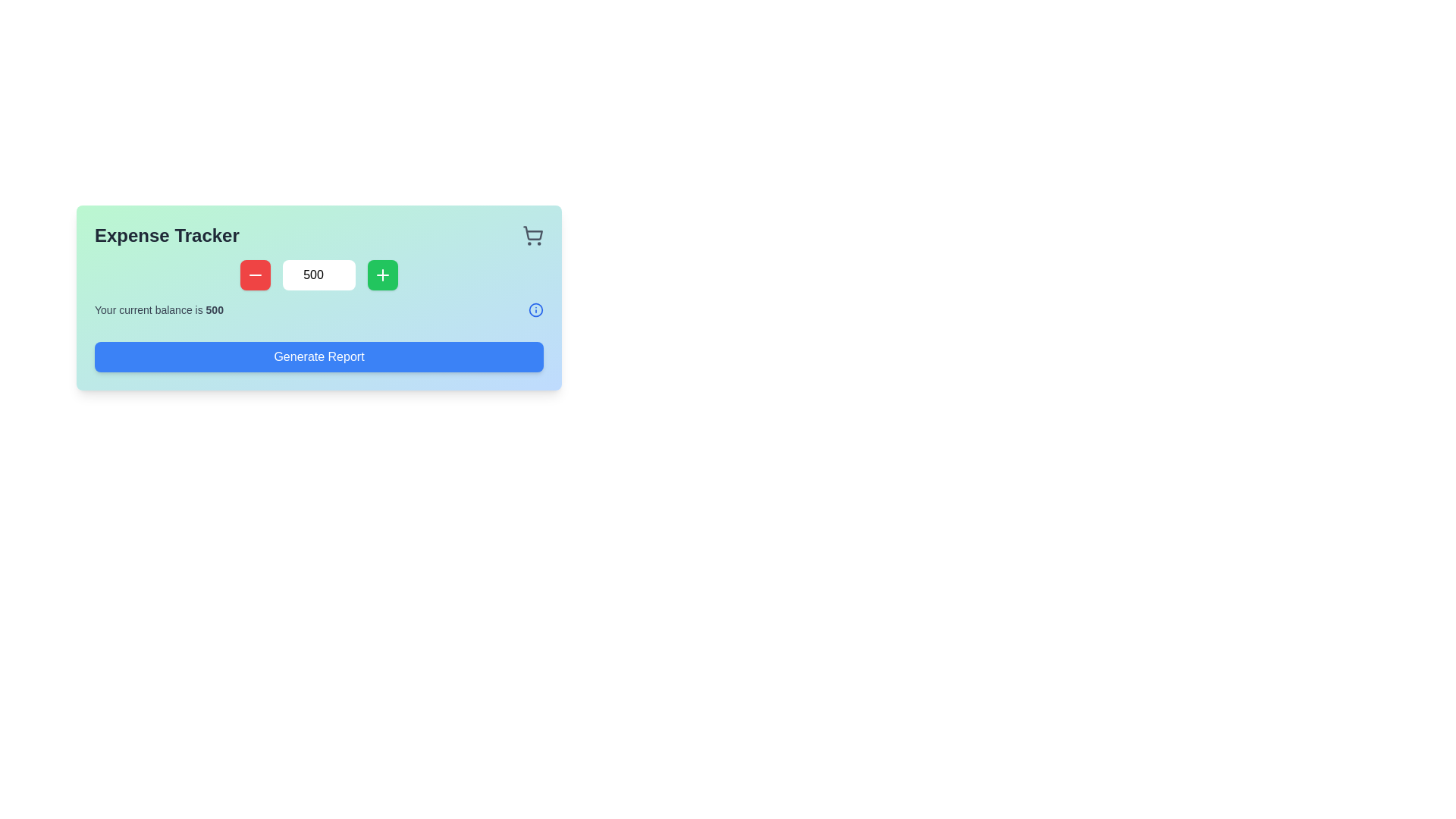 Image resolution: width=1456 pixels, height=819 pixels. Describe the element at coordinates (214, 309) in the screenshot. I see `displayed text '500' from the text label indicating the current balance, which is in bold, dark font at the lower left section of the card interface` at that location.